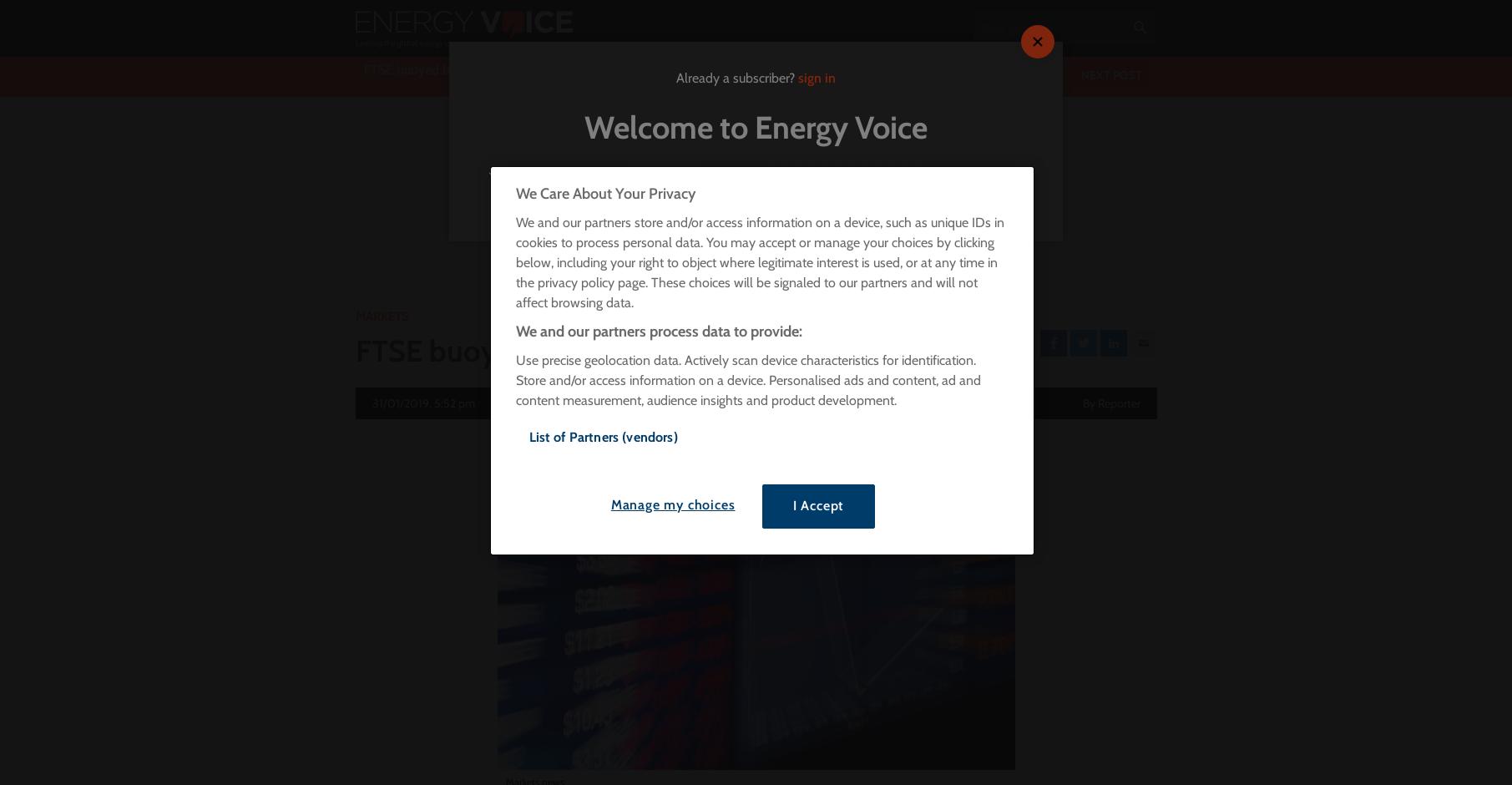 The height and width of the screenshot is (785, 1512). I want to click on 'Transport', so click(1032, 274).